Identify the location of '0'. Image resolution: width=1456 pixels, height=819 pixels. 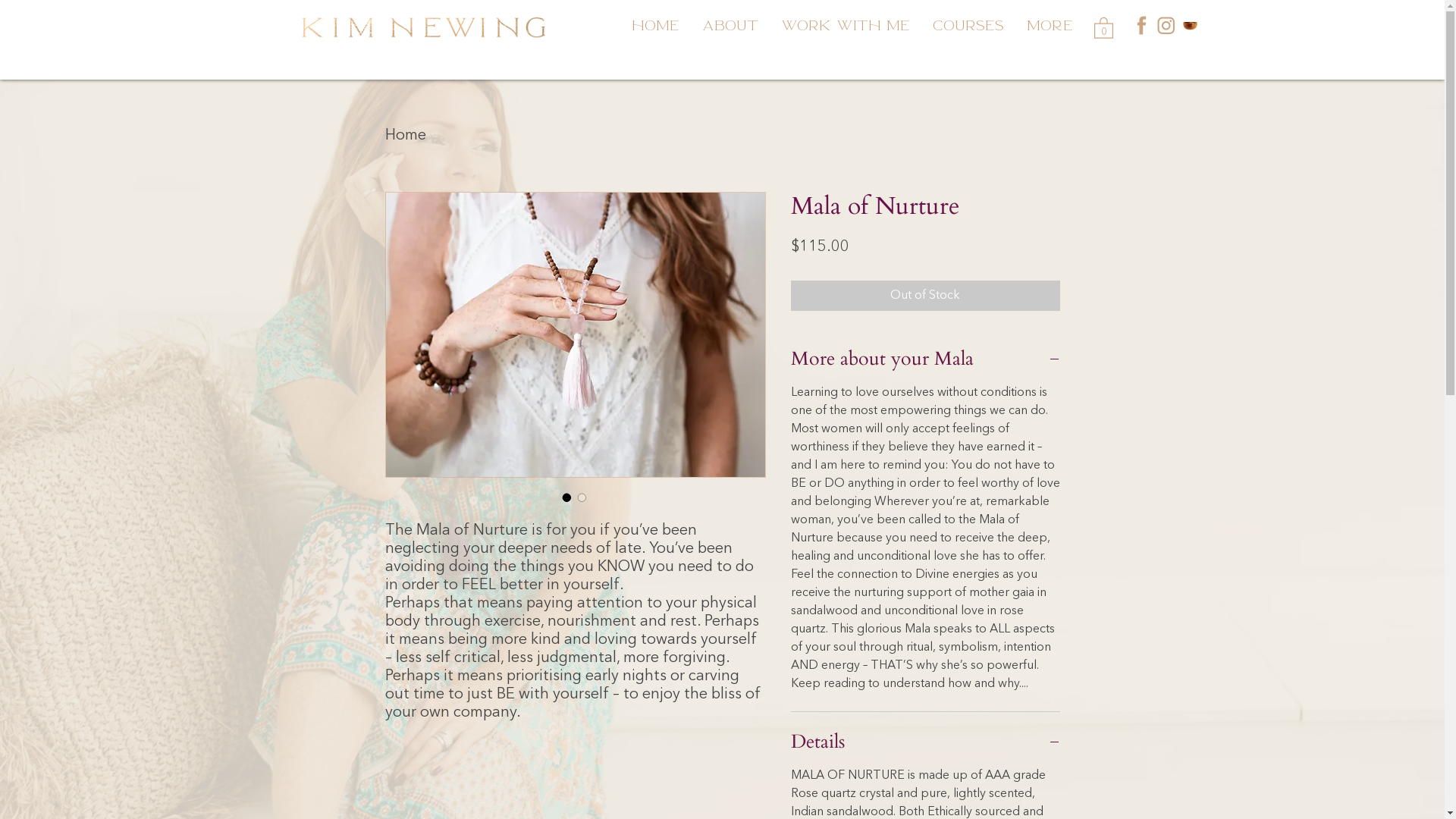
(1103, 27).